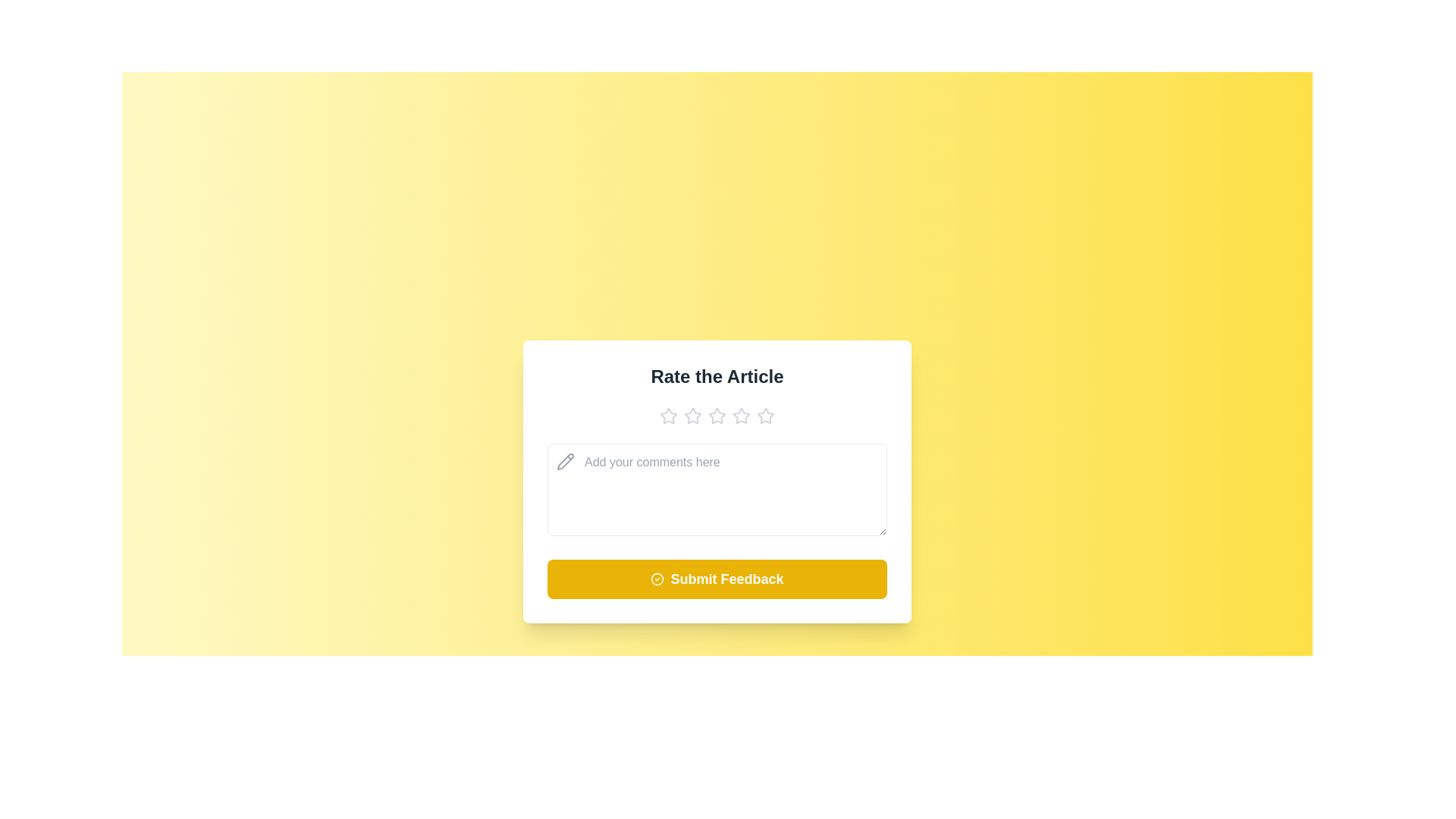 This screenshot has height=819, width=1456. What do you see at coordinates (716, 415) in the screenshot?
I see `the third star icon in the rating system below the 'Rate the Article' label` at bounding box center [716, 415].